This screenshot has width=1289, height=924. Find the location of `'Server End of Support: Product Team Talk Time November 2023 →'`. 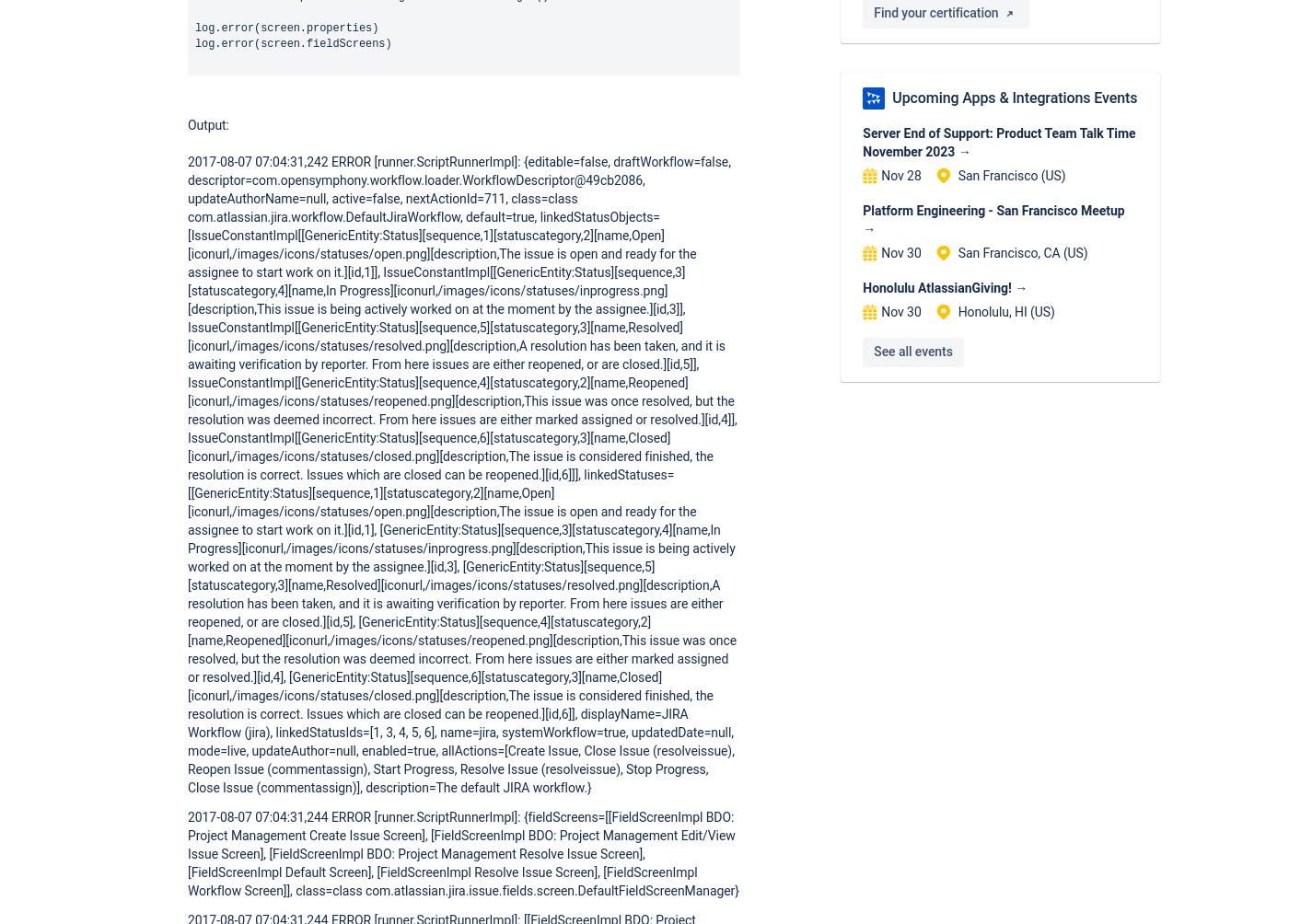

'Server End of Support: Product Team Talk Time November 2023 →' is located at coordinates (999, 142).